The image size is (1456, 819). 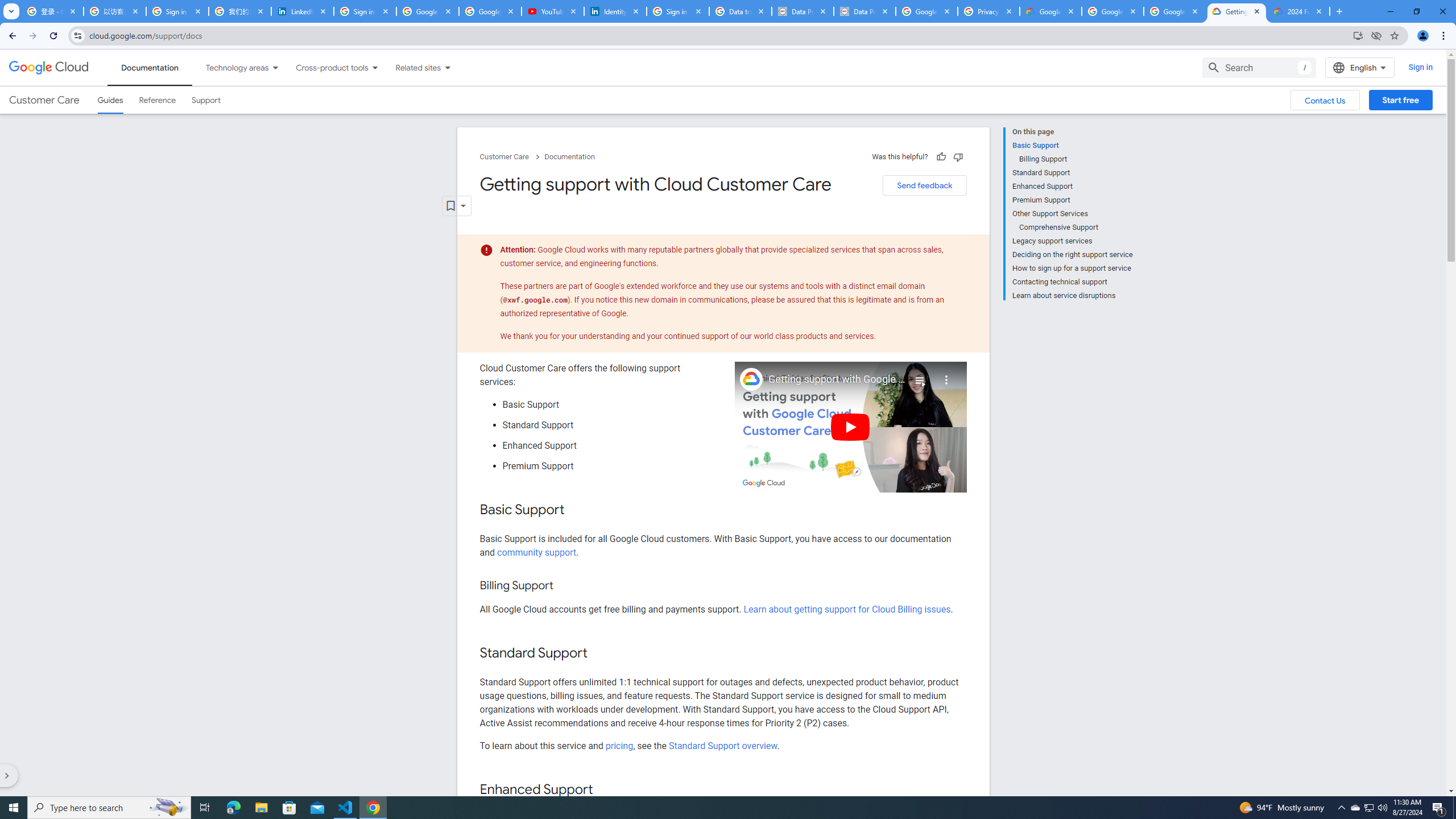 I want to click on 'Copy link to this section: Enhanced Support', so click(x=603, y=790).